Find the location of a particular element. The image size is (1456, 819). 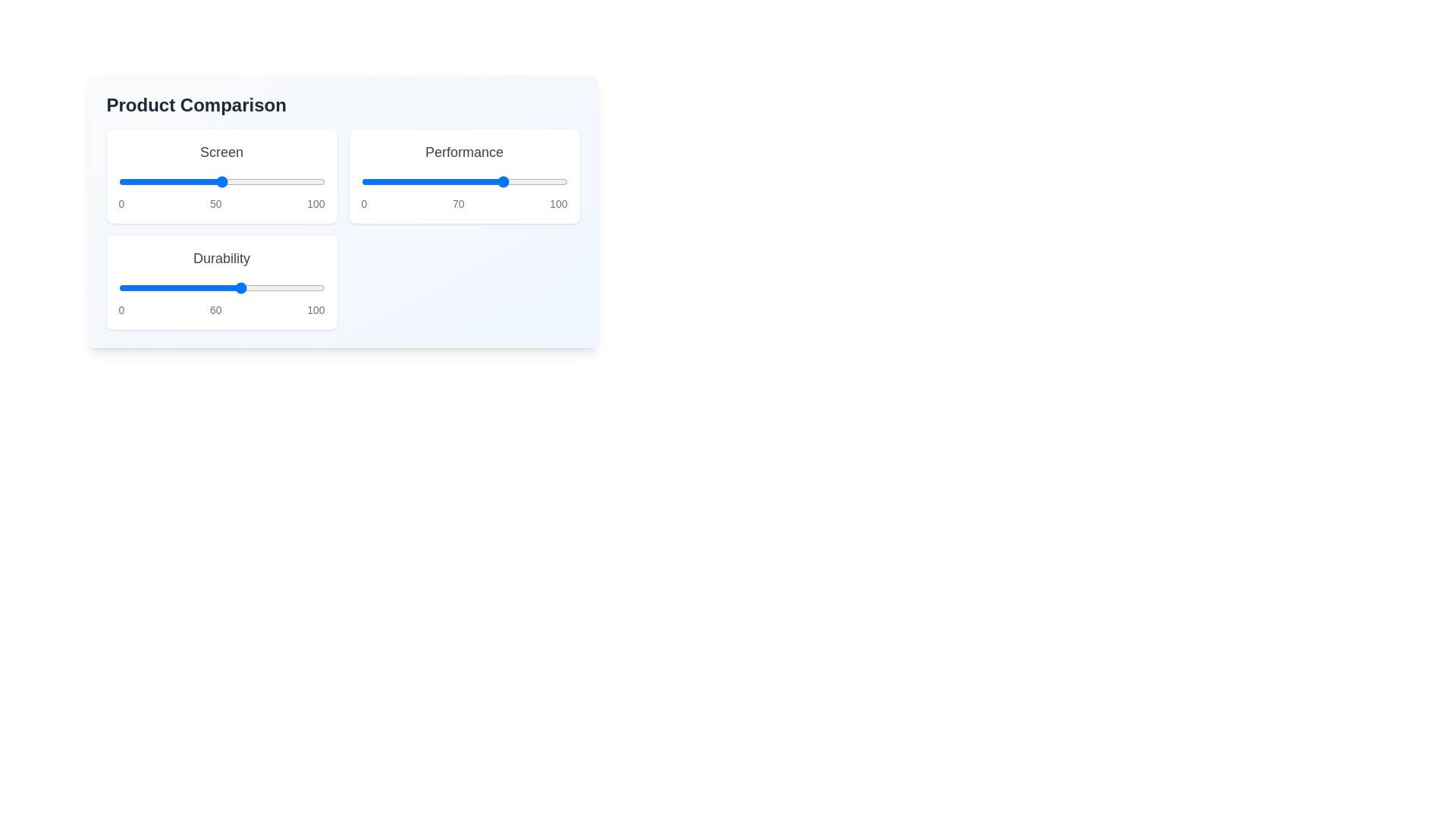

the 'Durability' slider to 19 is located at coordinates (158, 288).